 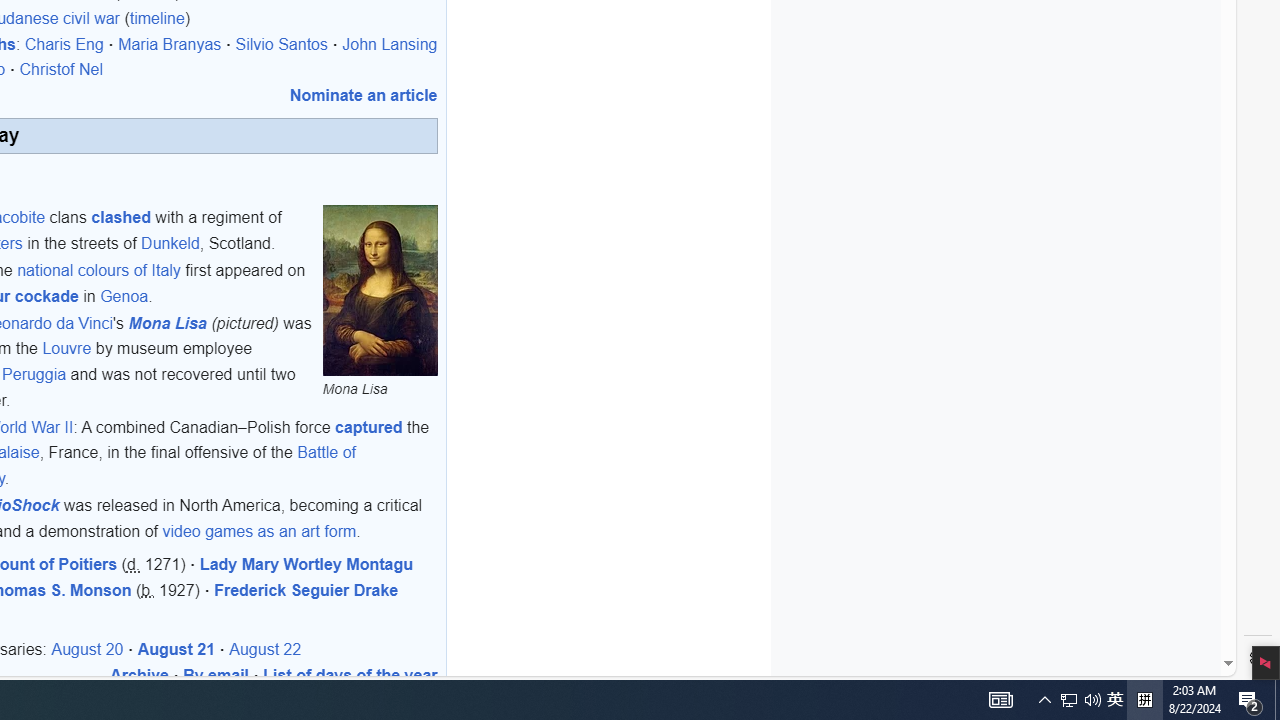 I want to click on 'Dunkeld', so click(x=170, y=242).